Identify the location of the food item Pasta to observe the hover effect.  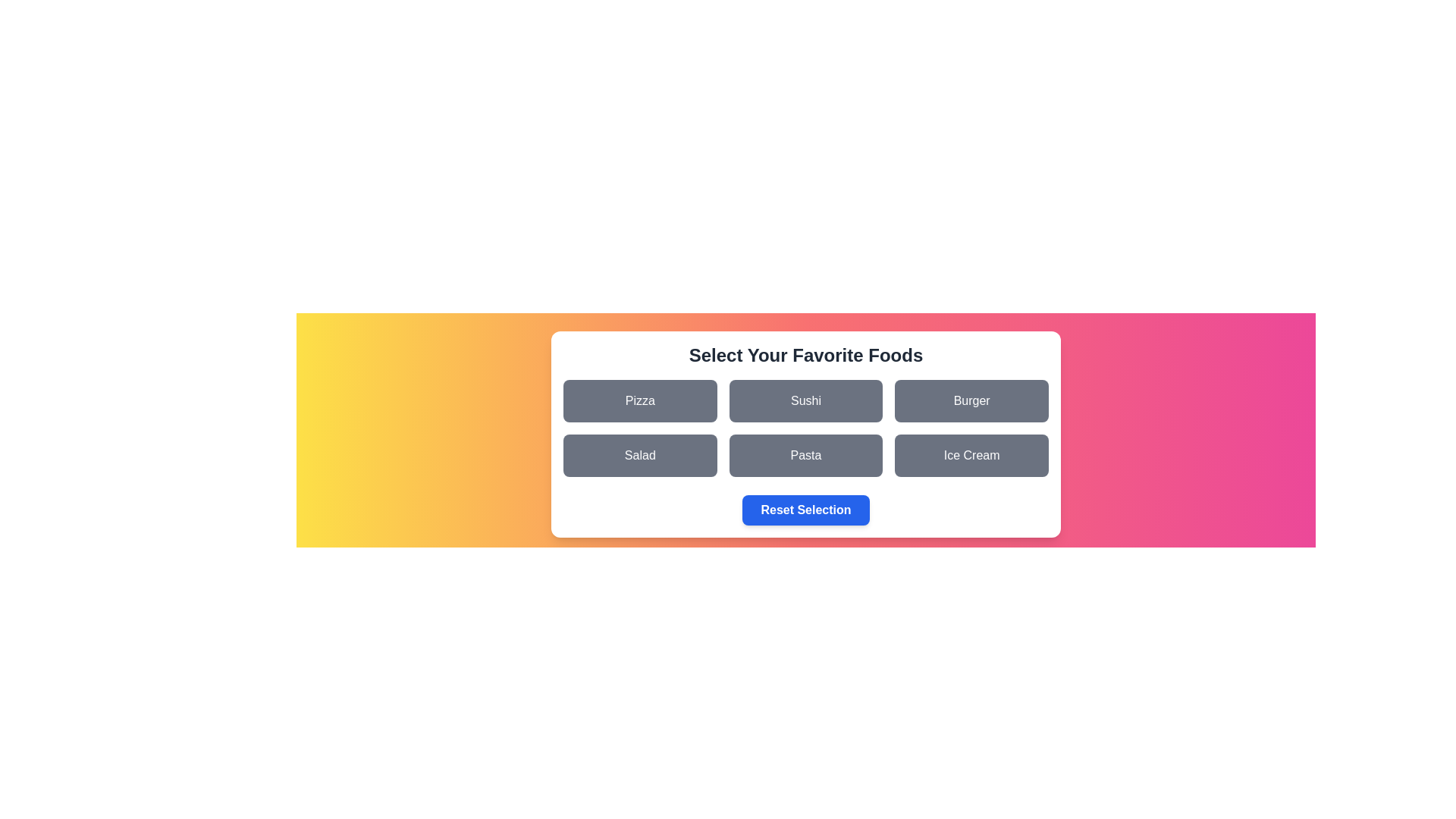
(805, 455).